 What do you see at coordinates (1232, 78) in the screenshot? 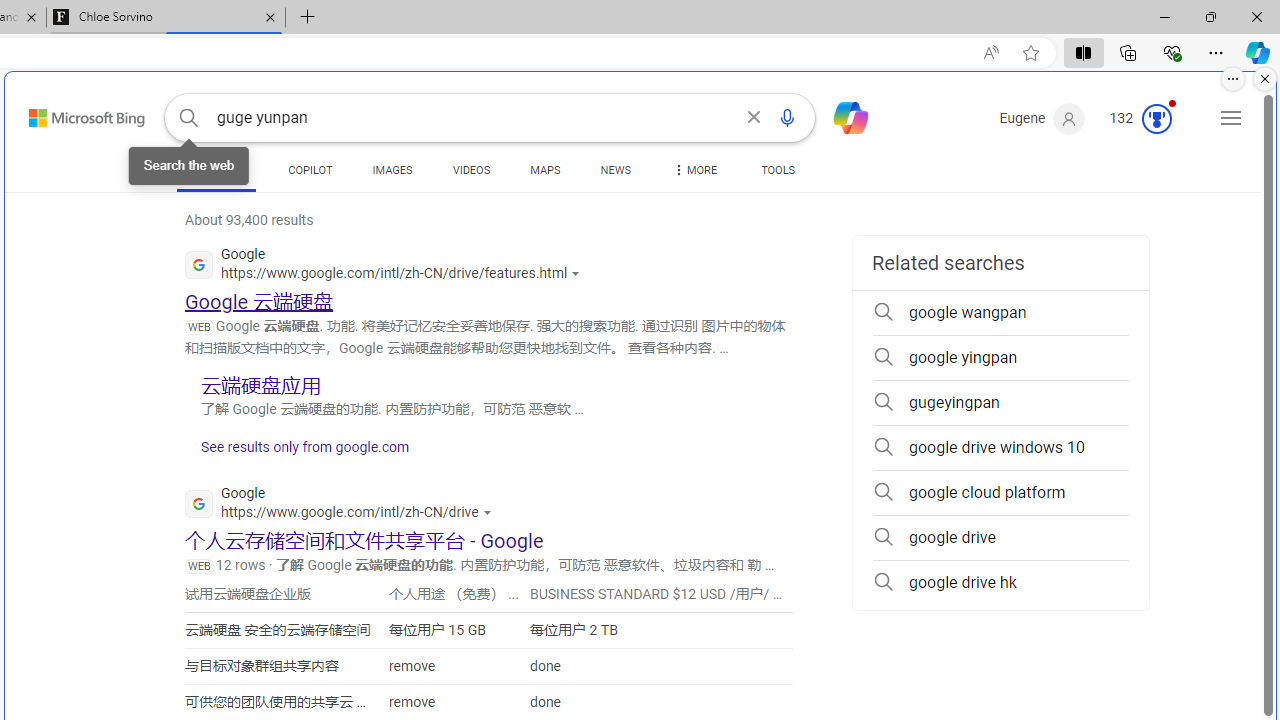
I see `'More options.'` at bounding box center [1232, 78].